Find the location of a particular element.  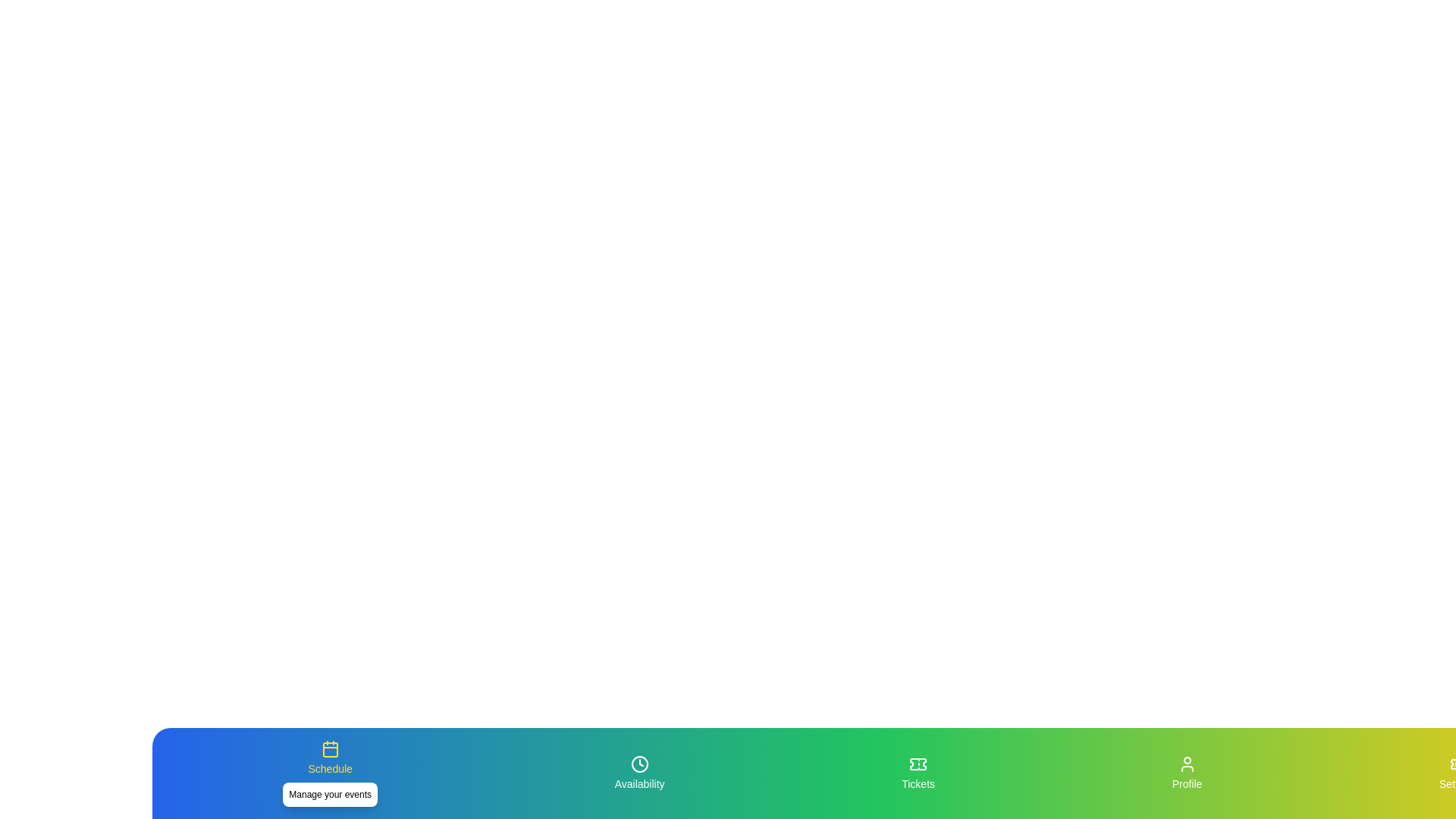

the tab labeled 'Schedule' to view its description is located at coordinates (329, 773).